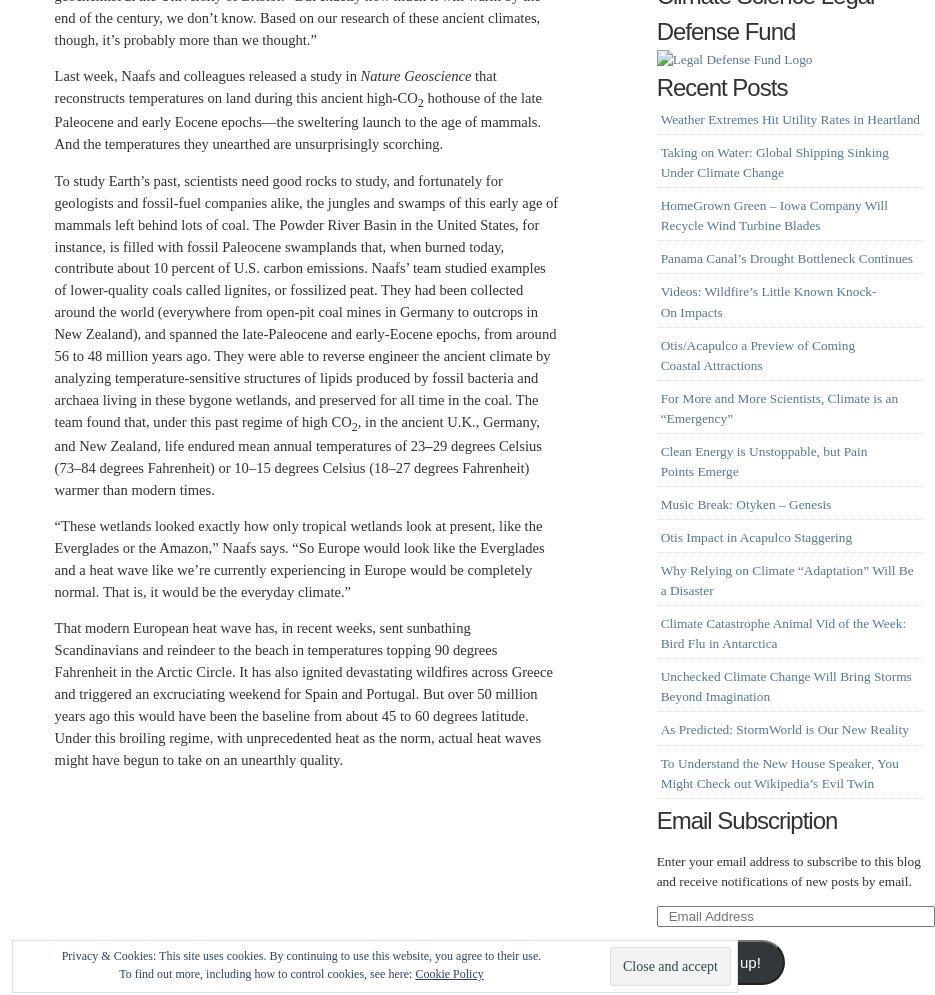 This screenshot has width=935, height=995. Describe the element at coordinates (784, 685) in the screenshot. I see `'Unchecked Climate Change Will Bring Storms Beyond Imagination'` at that location.